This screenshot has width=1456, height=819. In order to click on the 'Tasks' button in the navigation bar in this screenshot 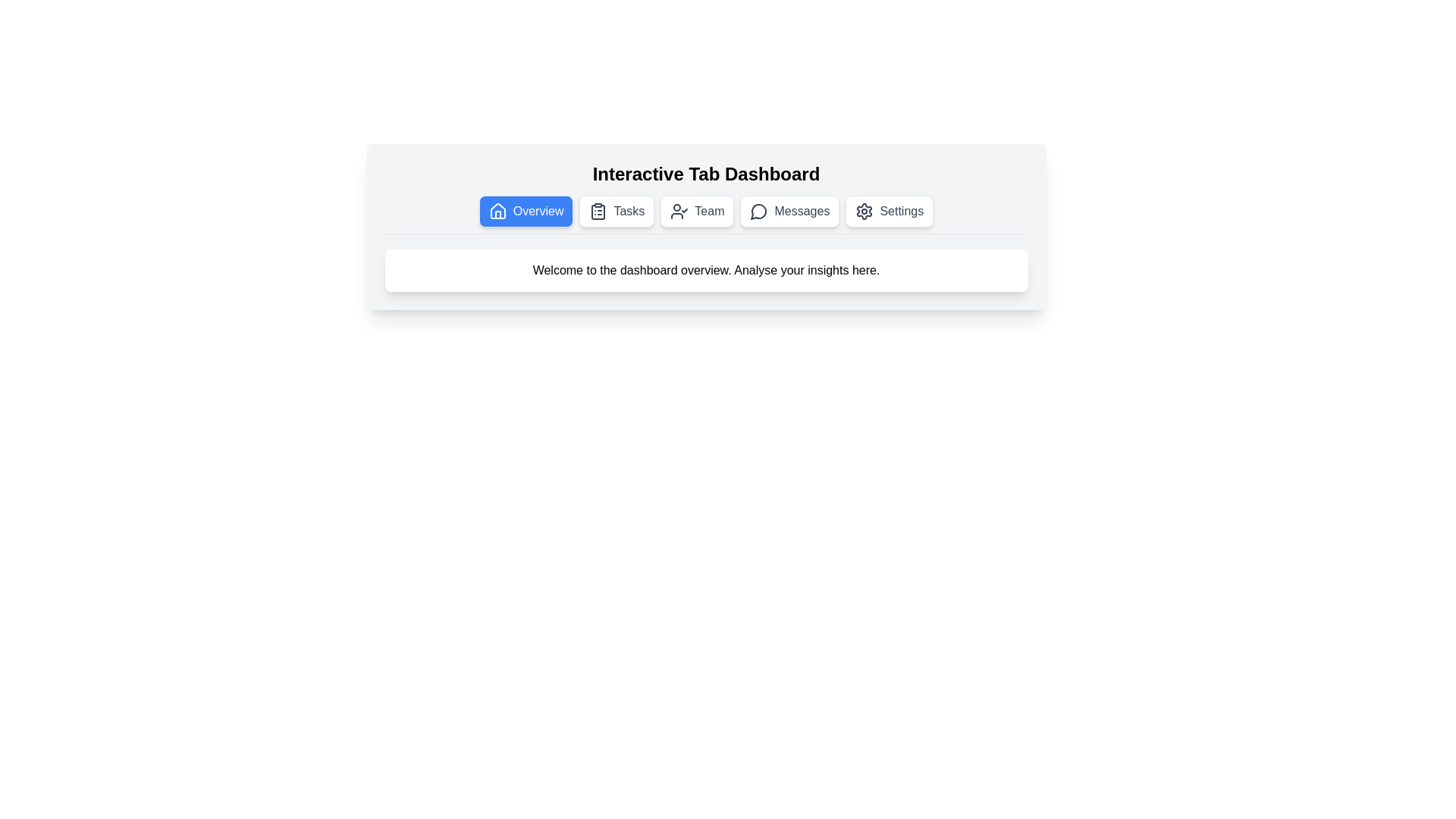, I will do `click(617, 211)`.